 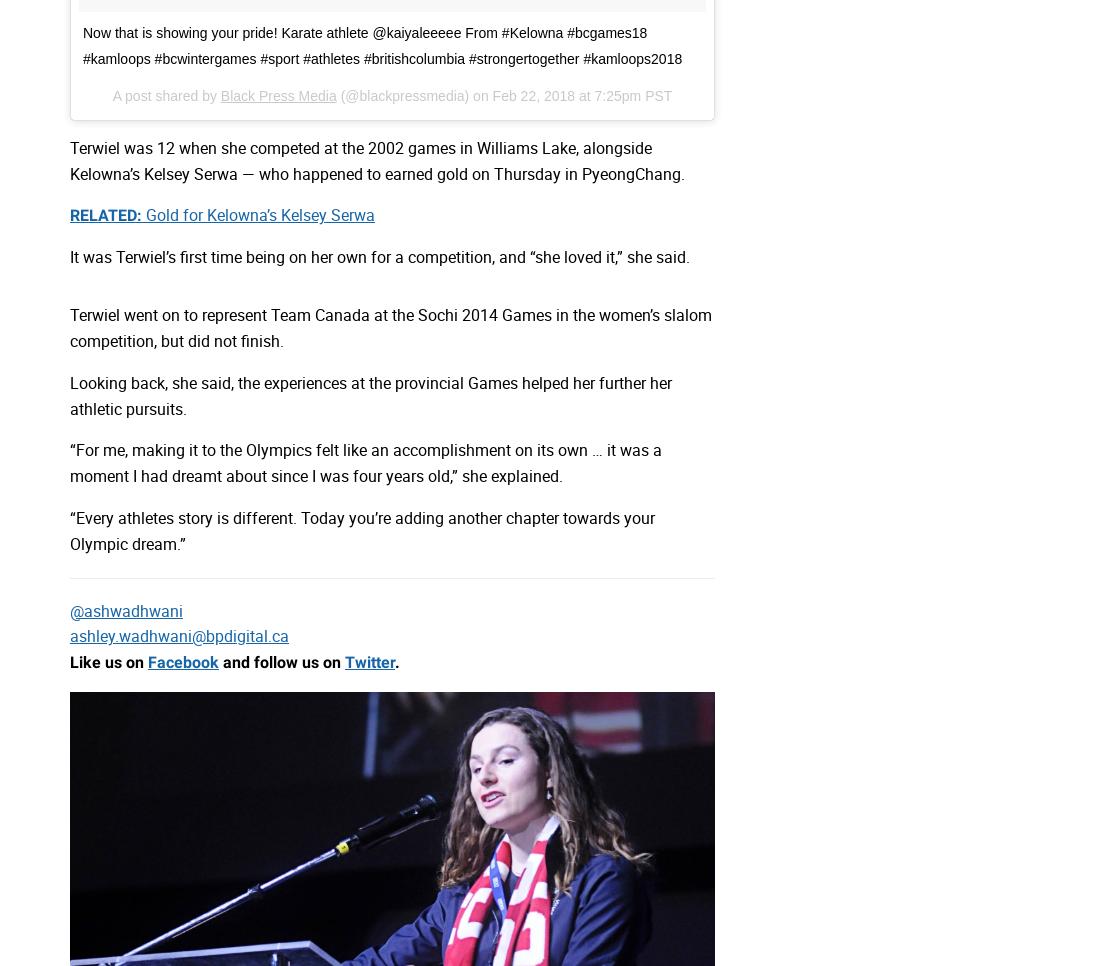 I want to click on 'Twitter', so click(x=370, y=662).